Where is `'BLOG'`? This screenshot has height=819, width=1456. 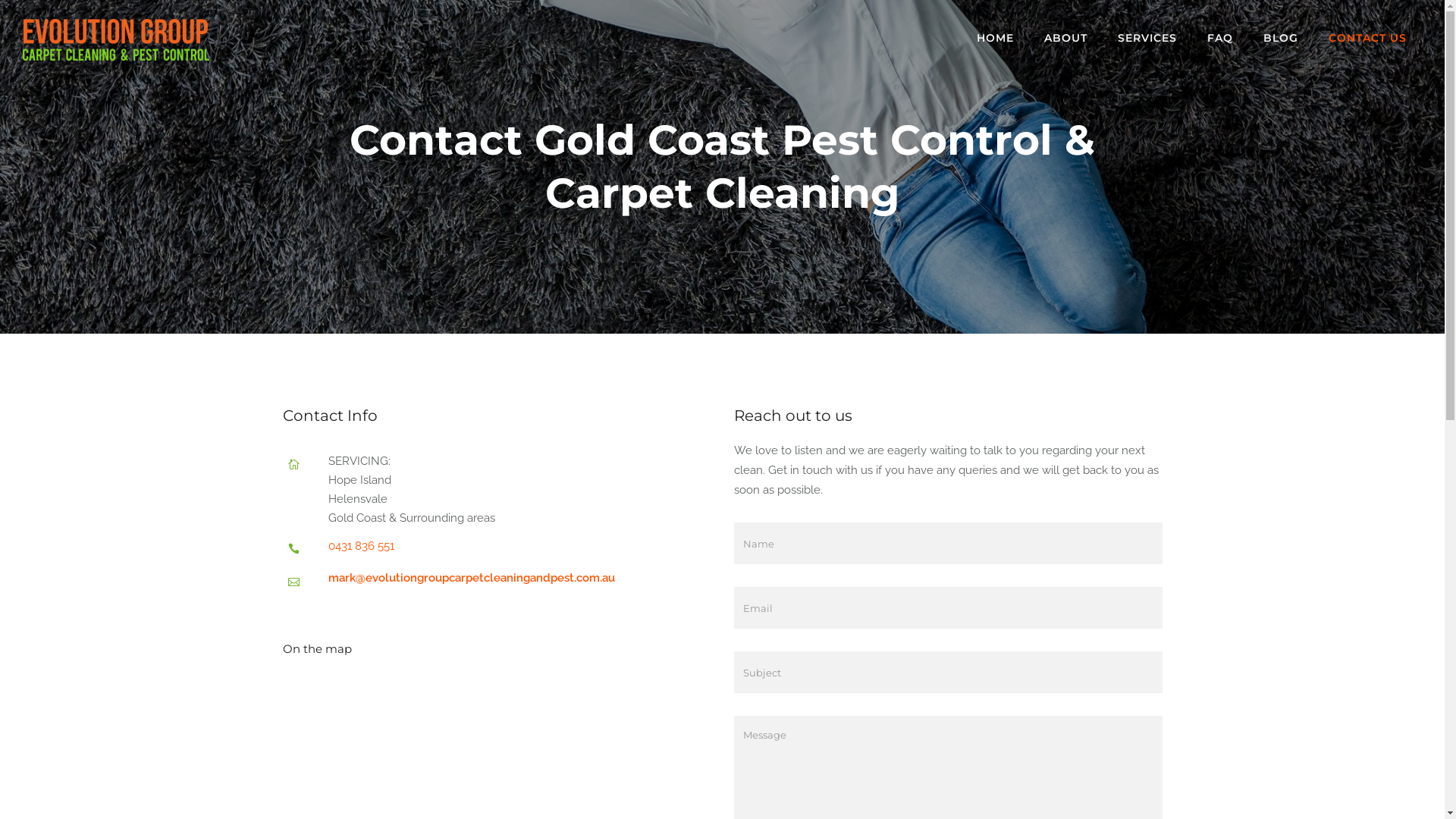
'BLOG' is located at coordinates (1280, 37).